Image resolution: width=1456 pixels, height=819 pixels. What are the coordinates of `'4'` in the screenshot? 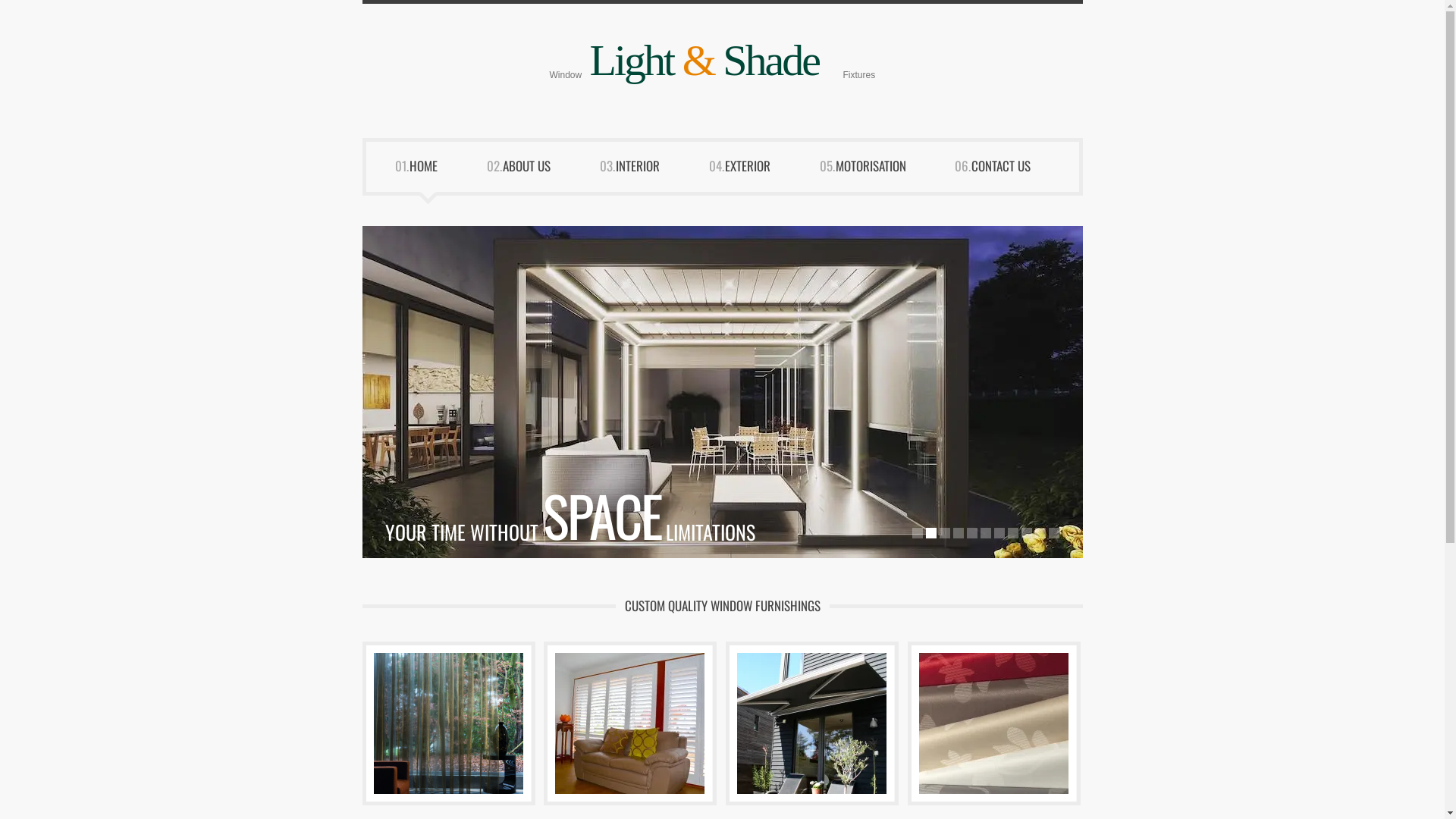 It's located at (956, 532).